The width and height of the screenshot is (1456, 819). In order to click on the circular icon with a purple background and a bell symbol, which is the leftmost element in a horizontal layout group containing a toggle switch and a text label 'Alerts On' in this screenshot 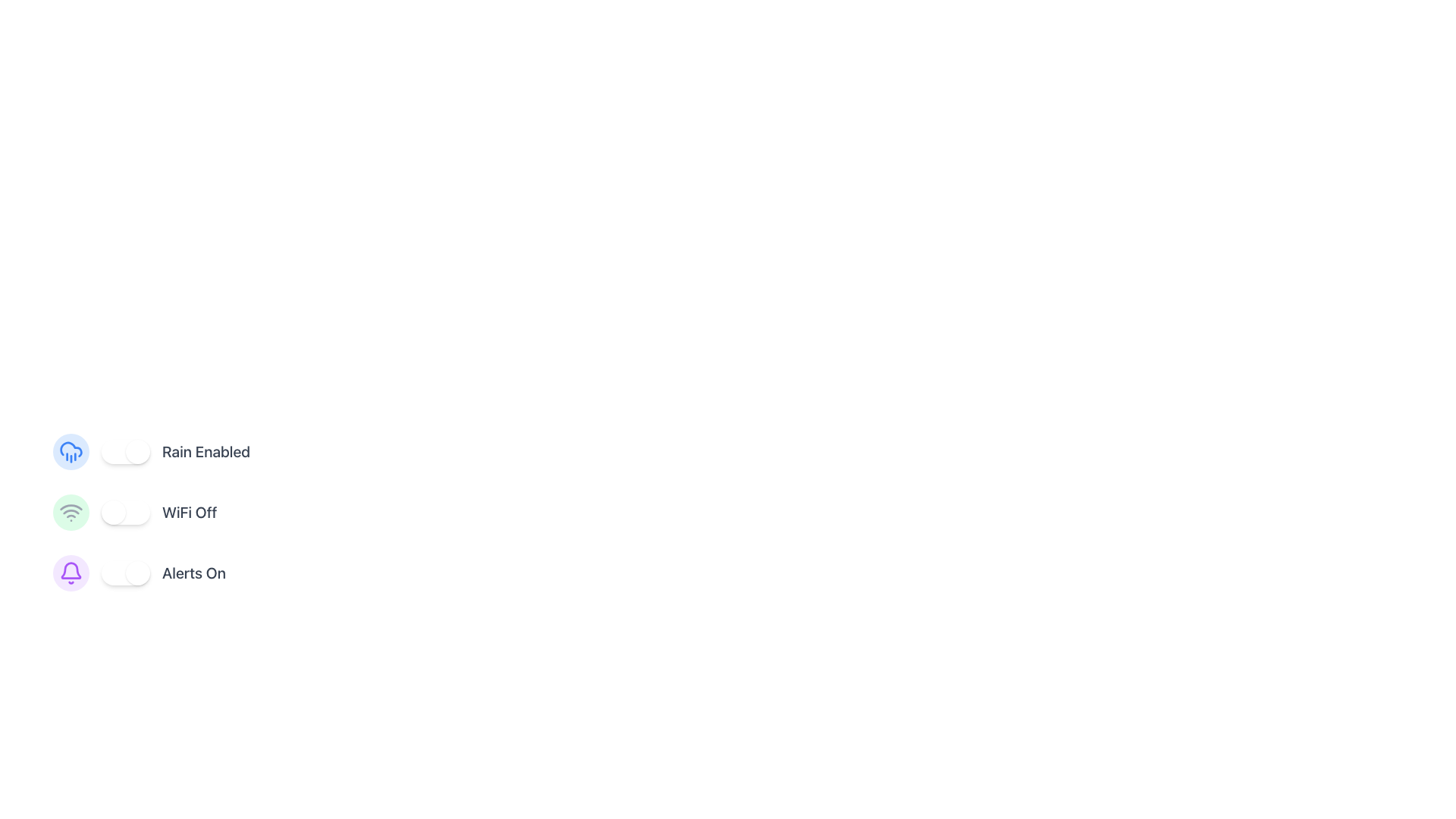, I will do `click(71, 573)`.